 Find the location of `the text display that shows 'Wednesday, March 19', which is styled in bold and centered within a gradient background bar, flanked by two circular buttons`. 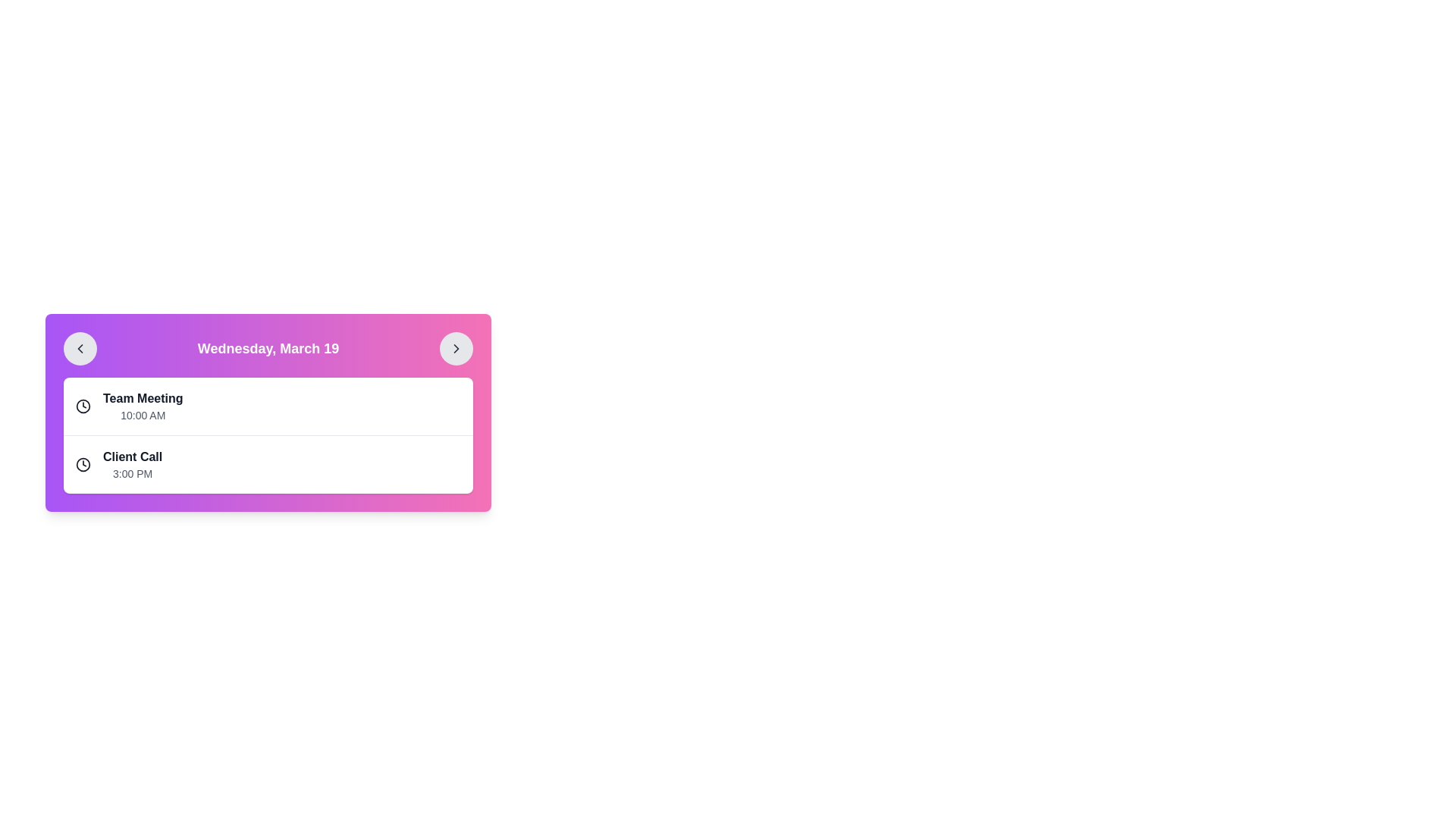

the text display that shows 'Wednesday, March 19', which is styled in bold and centered within a gradient background bar, flanked by two circular buttons is located at coordinates (268, 348).